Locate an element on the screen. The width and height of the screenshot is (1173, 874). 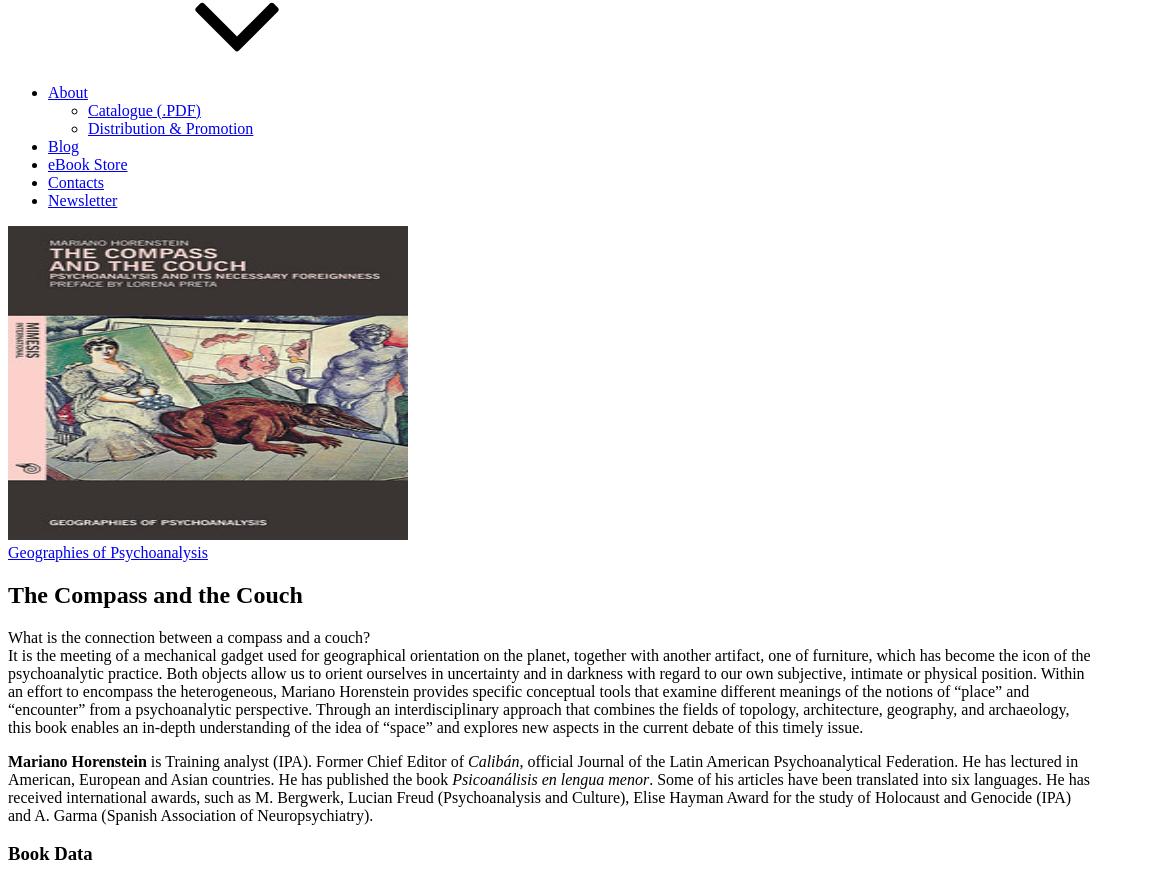
'Mariano Horenstein' is located at coordinates (76, 759).